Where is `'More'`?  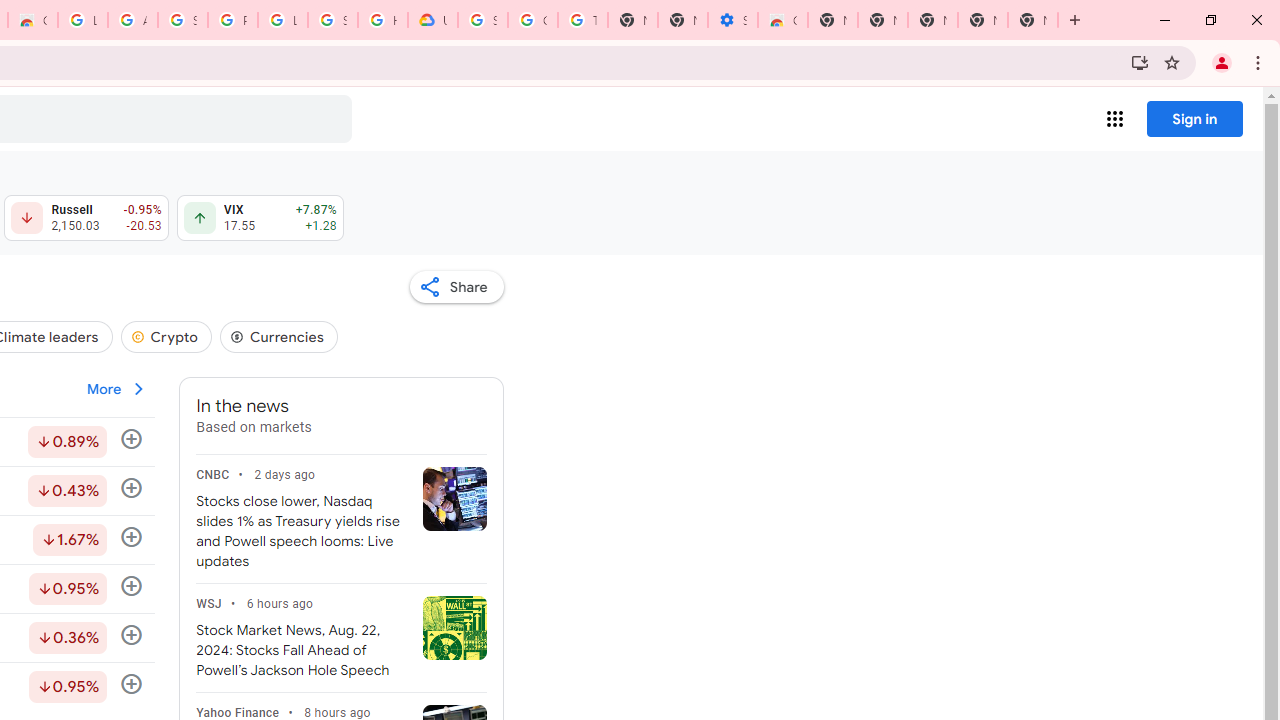
'More' is located at coordinates (116, 389).